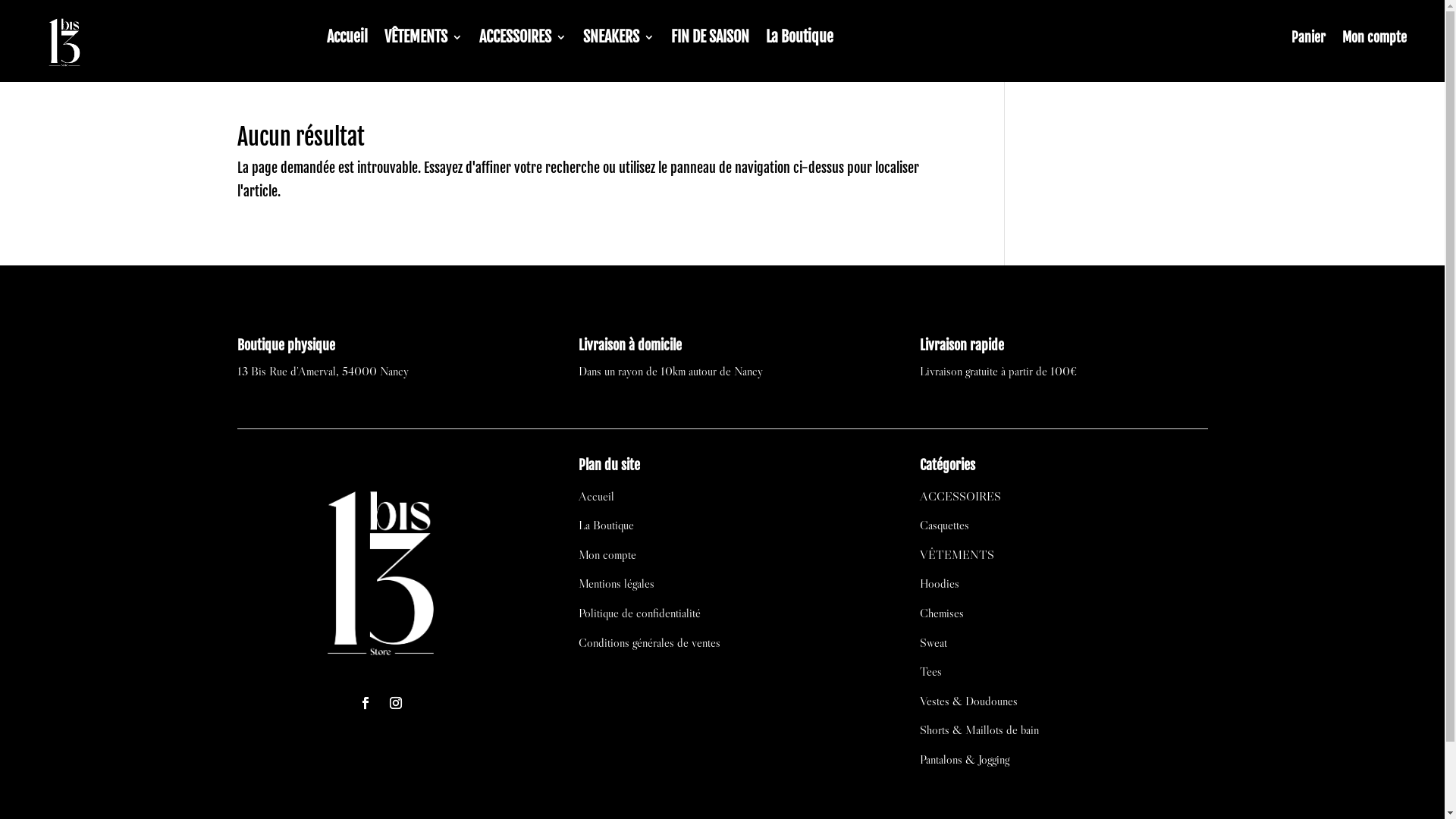  Describe the element at coordinates (941, 611) in the screenshot. I see `'Chemises'` at that location.